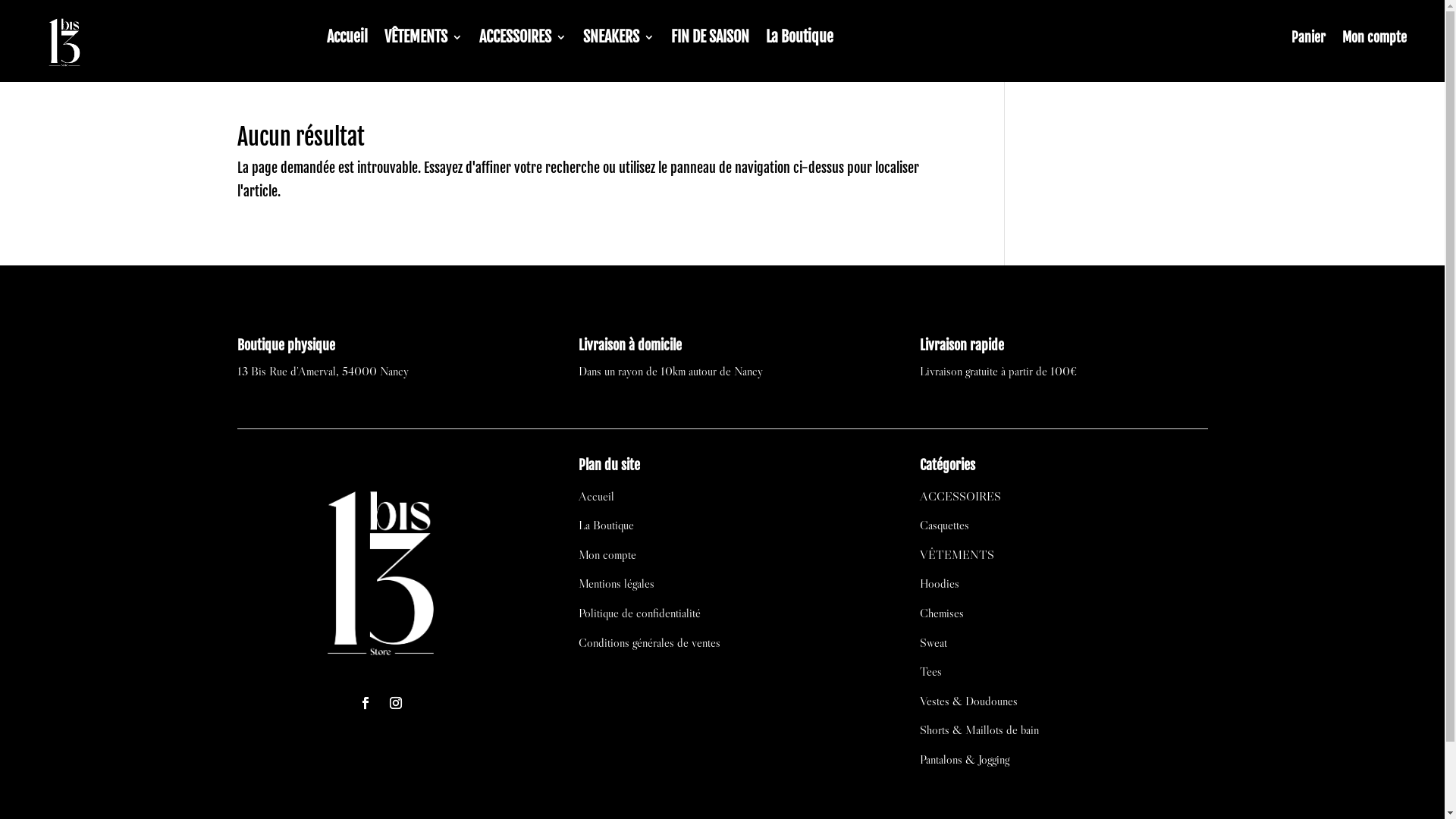  Describe the element at coordinates (941, 611) in the screenshot. I see `'Chemises'` at that location.